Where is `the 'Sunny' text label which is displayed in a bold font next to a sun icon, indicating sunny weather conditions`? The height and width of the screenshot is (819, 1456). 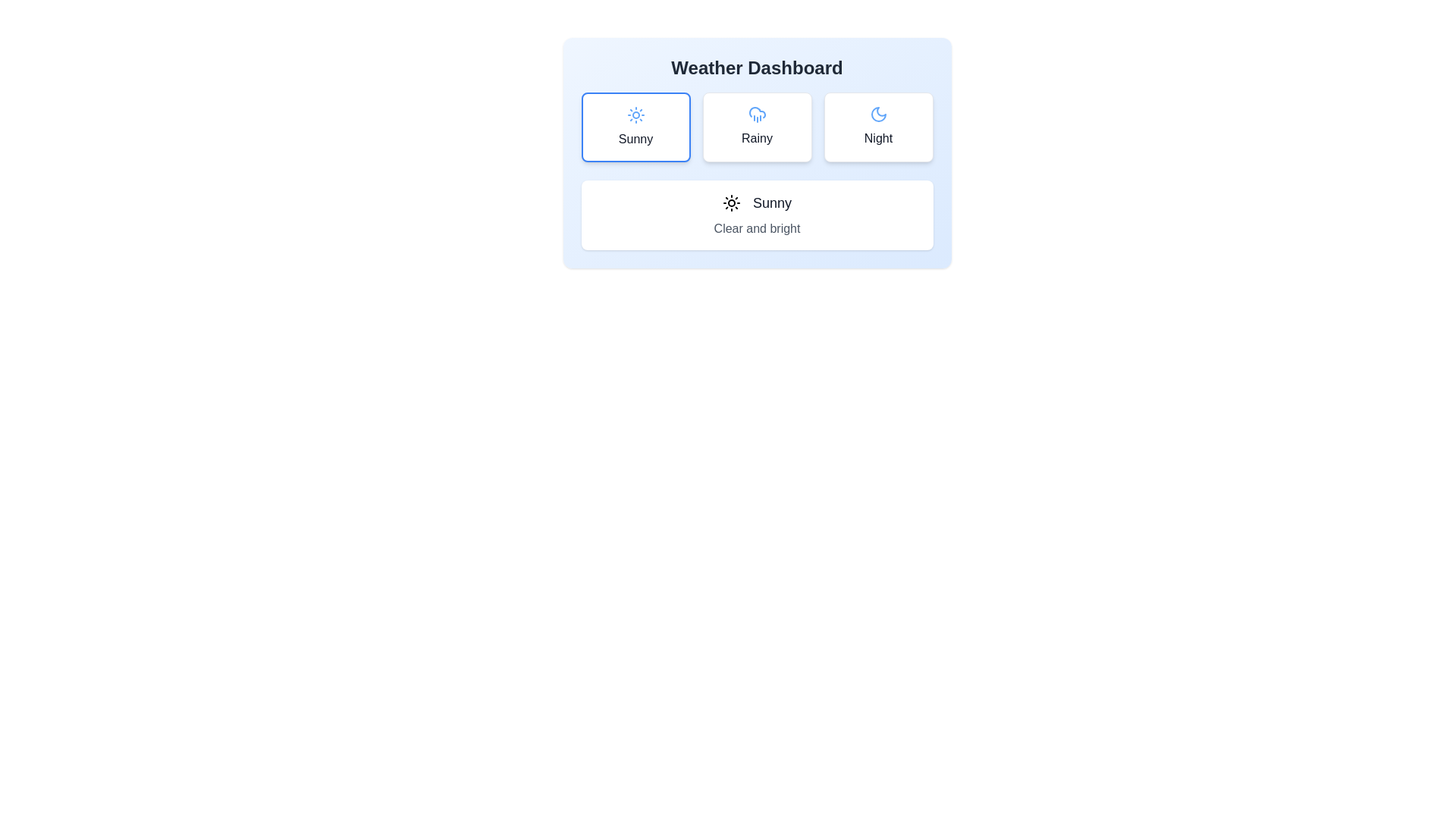
the 'Sunny' text label which is displayed in a bold font next to a sun icon, indicating sunny weather conditions is located at coordinates (772, 202).